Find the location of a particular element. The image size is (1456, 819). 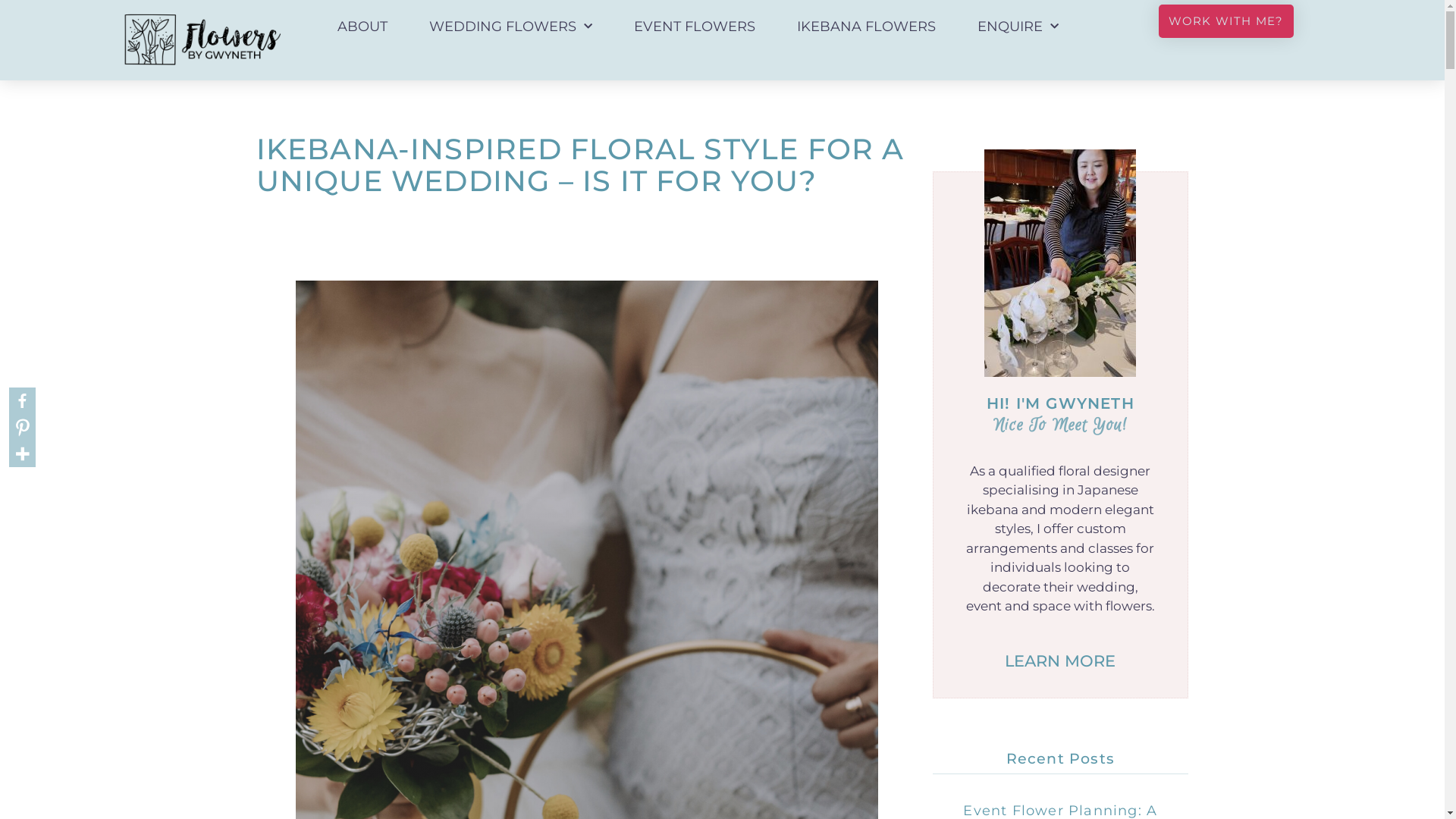

'Facebook' is located at coordinates (22, 400).